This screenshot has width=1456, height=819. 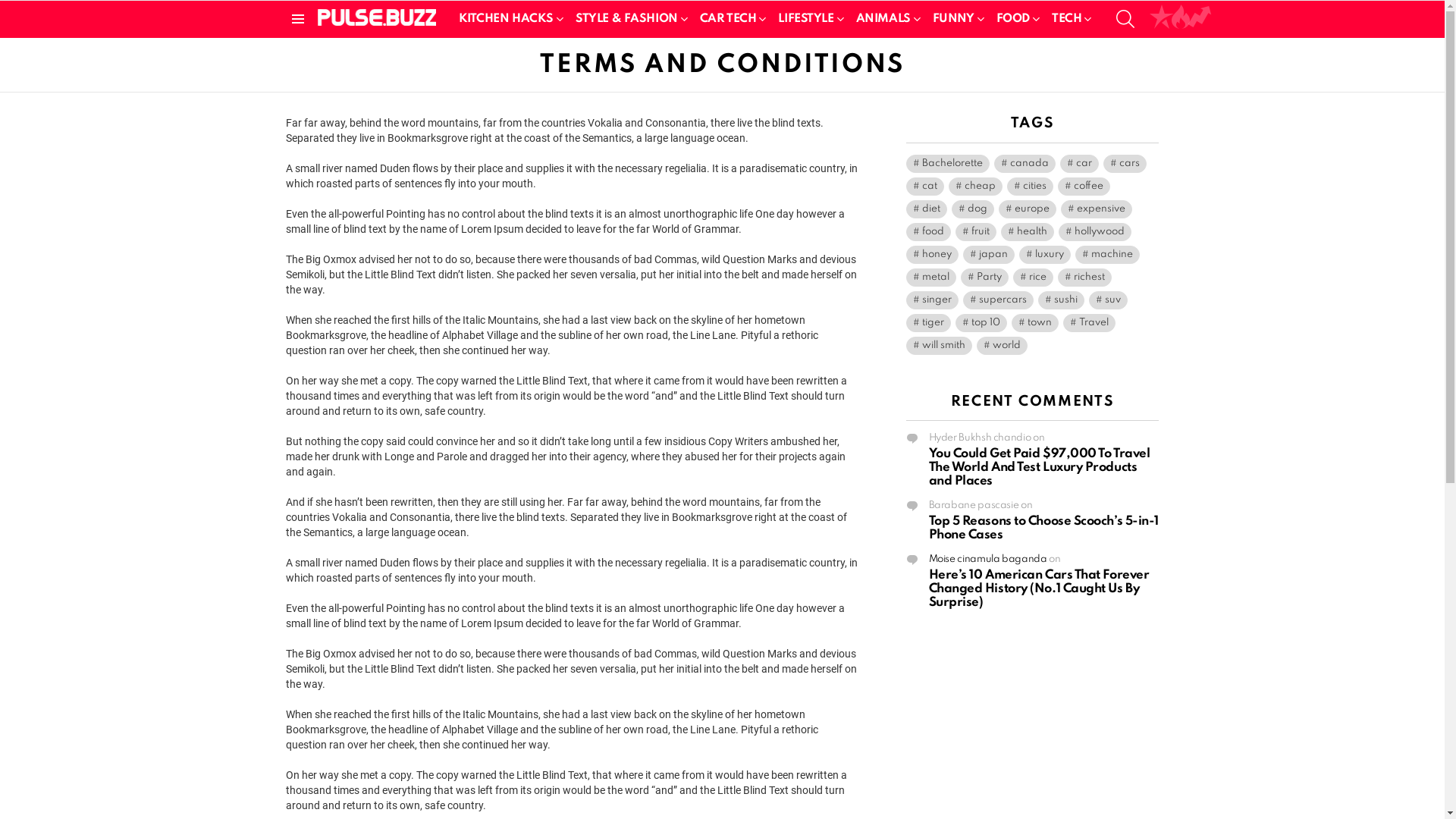 I want to click on 'japan', so click(x=989, y=253).